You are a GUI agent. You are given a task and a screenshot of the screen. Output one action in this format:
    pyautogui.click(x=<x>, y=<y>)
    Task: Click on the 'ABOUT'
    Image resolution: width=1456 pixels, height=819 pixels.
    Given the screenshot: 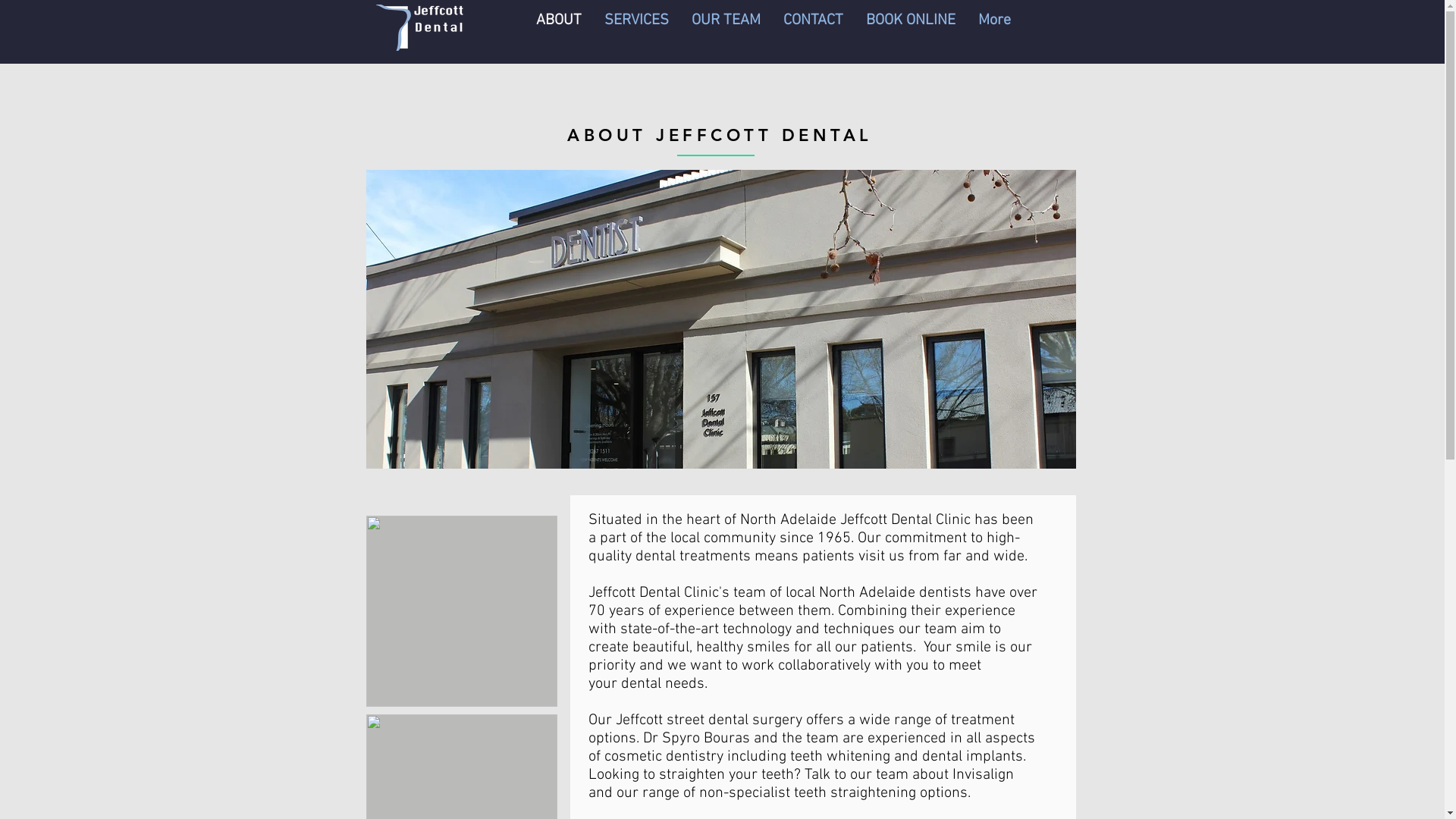 What is the action you would take?
    pyautogui.click(x=558, y=27)
    